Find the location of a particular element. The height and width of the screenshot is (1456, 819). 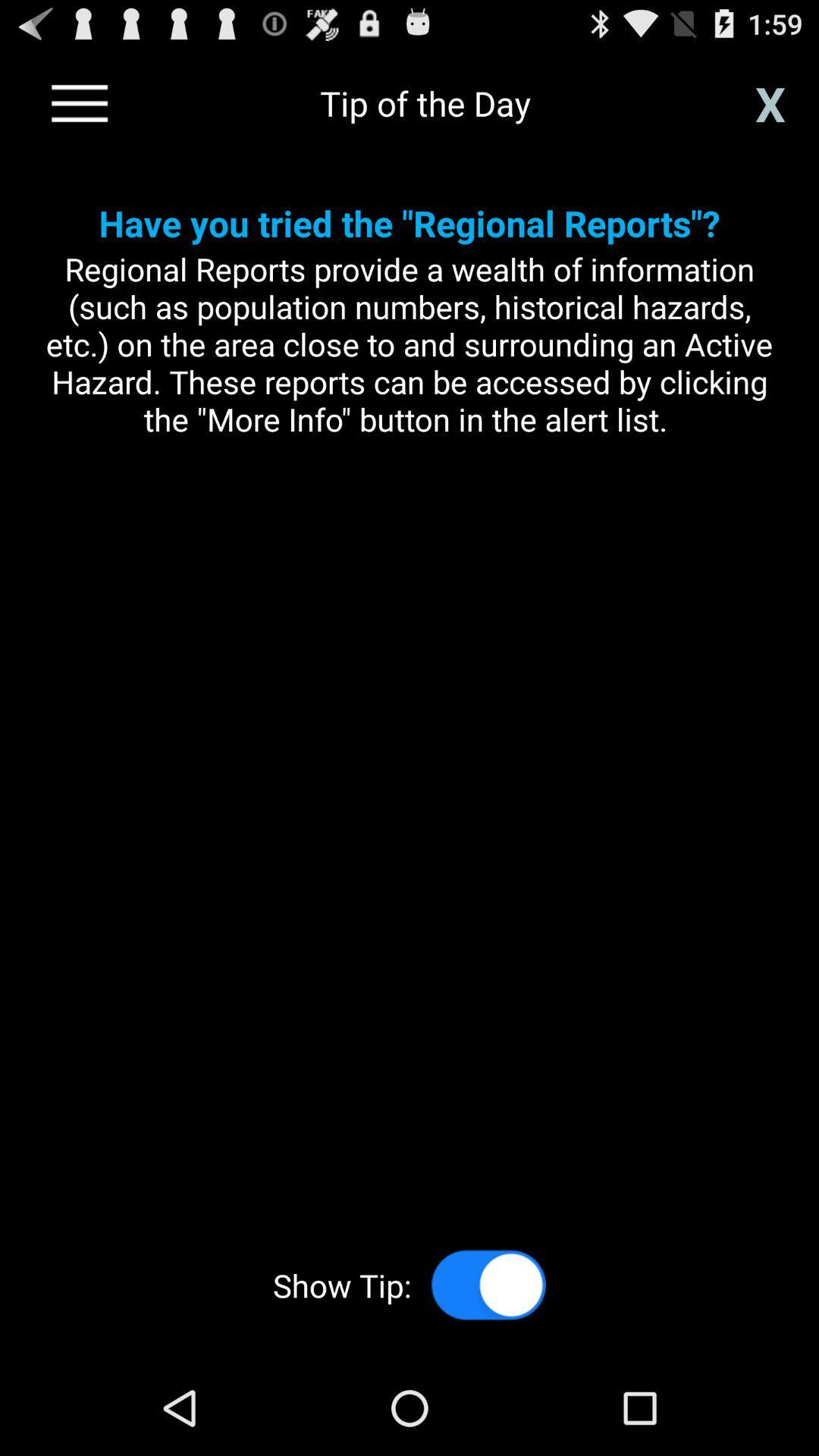

go back is located at coordinates (80, 102).